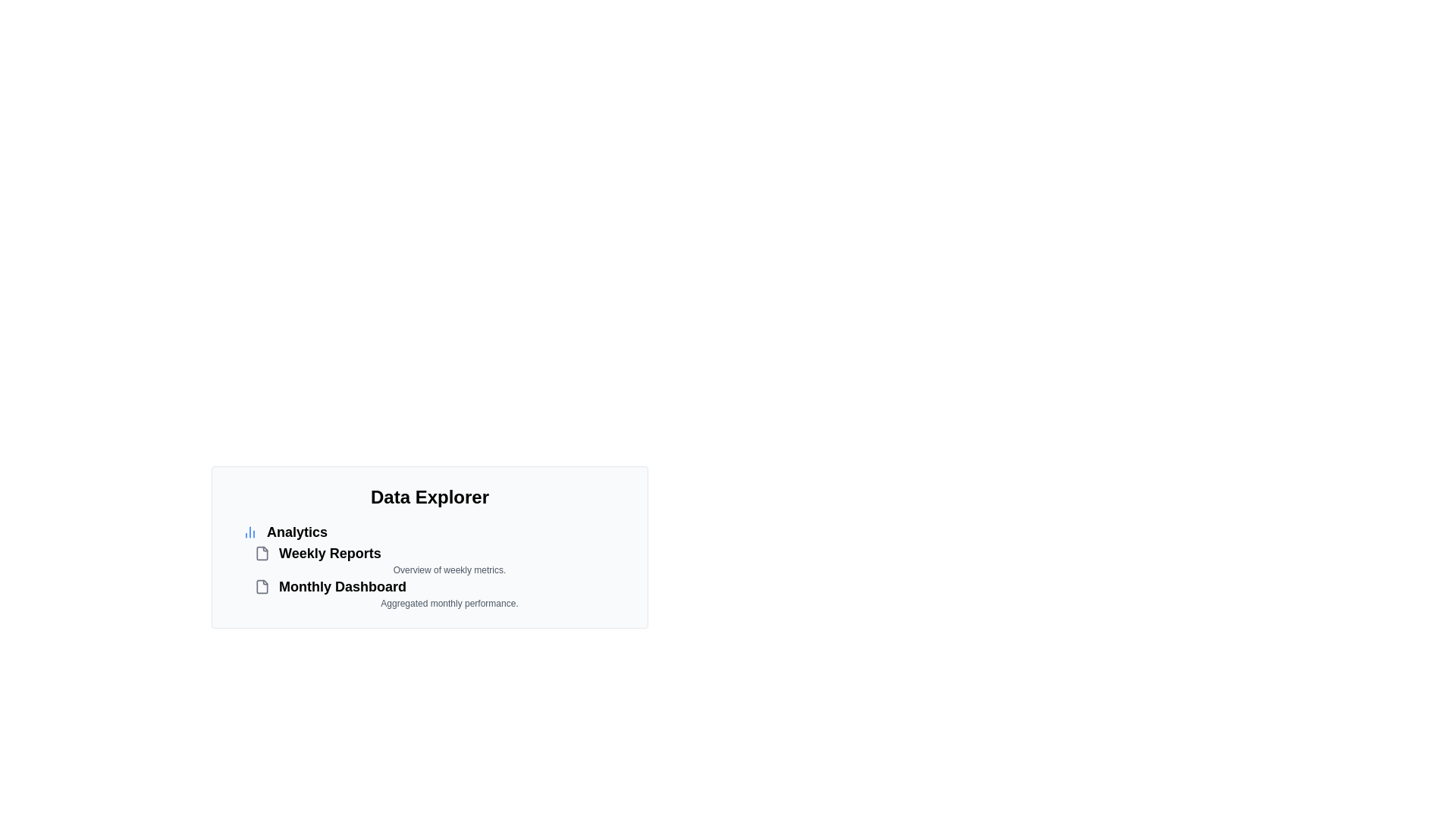  What do you see at coordinates (262, 553) in the screenshot?
I see `the file-like icon located to the left of the 'Weekly Reports' text label in the 'Data Explorer' section` at bounding box center [262, 553].